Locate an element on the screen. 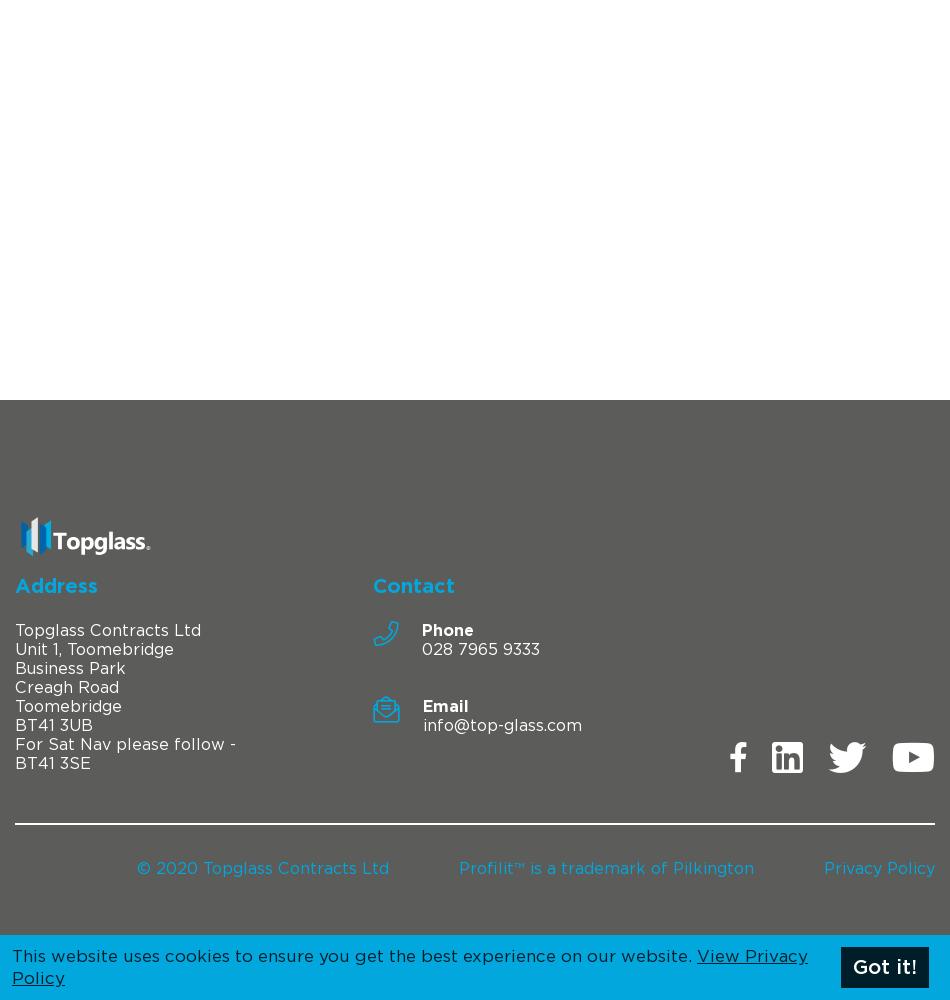 The height and width of the screenshot is (1000, 950). 'Email' is located at coordinates (443, 705).